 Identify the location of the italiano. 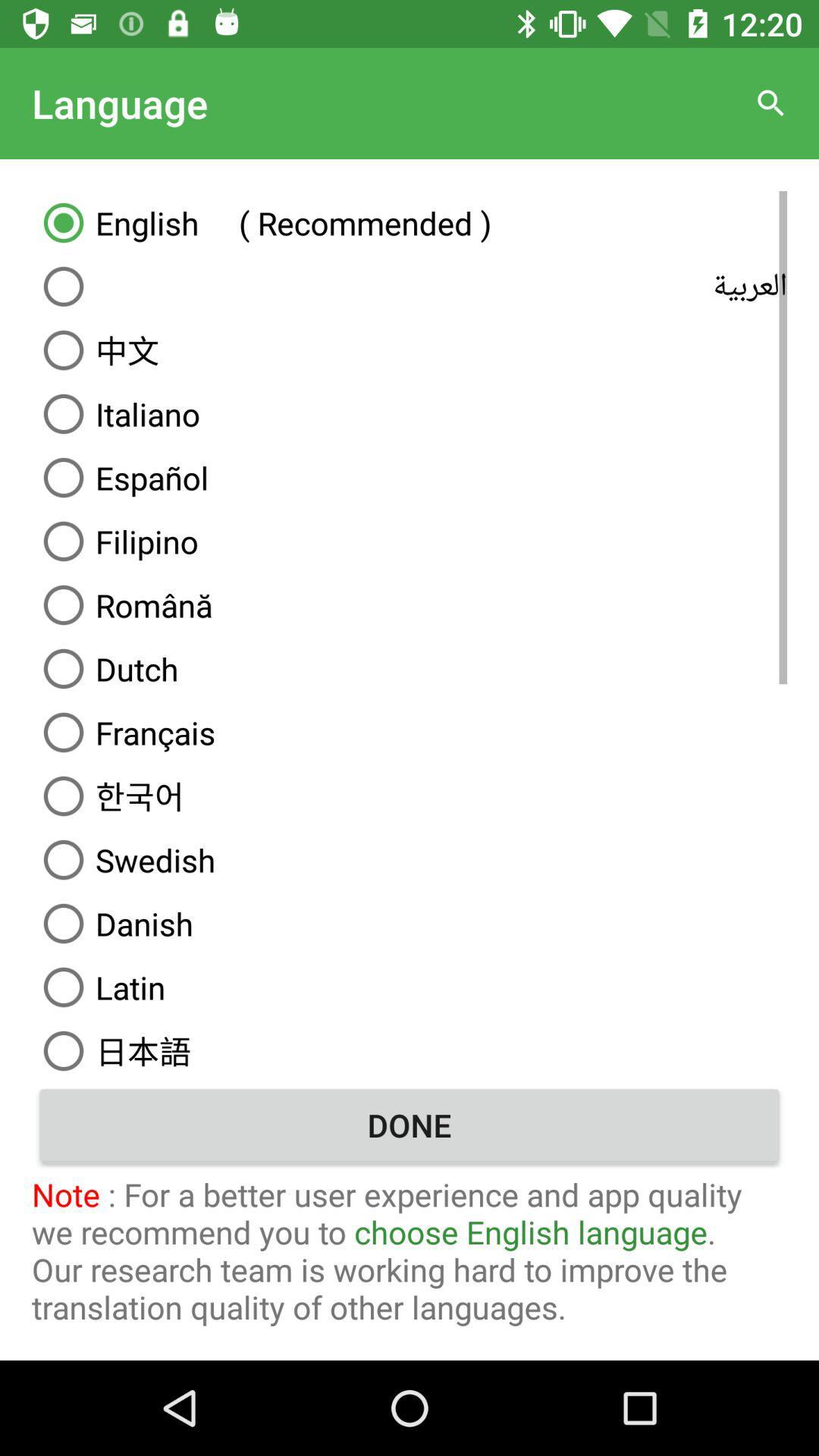
(409, 414).